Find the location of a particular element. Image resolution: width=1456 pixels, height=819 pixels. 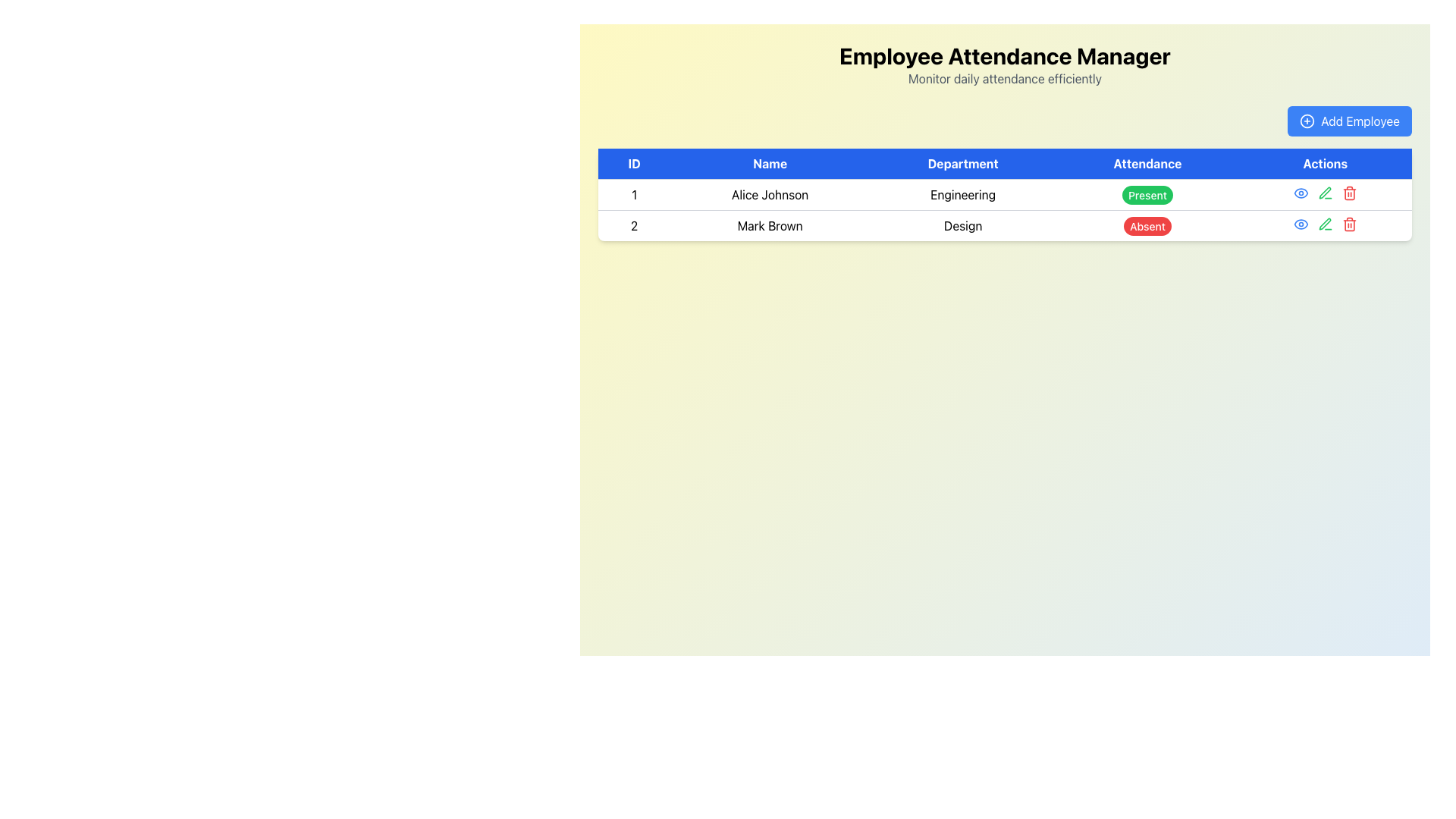

the Status Badge labeled 'Absent' in the Attendance column of the second row of the table, which has a vibrant red background and white text is located at coordinates (1147, 225).